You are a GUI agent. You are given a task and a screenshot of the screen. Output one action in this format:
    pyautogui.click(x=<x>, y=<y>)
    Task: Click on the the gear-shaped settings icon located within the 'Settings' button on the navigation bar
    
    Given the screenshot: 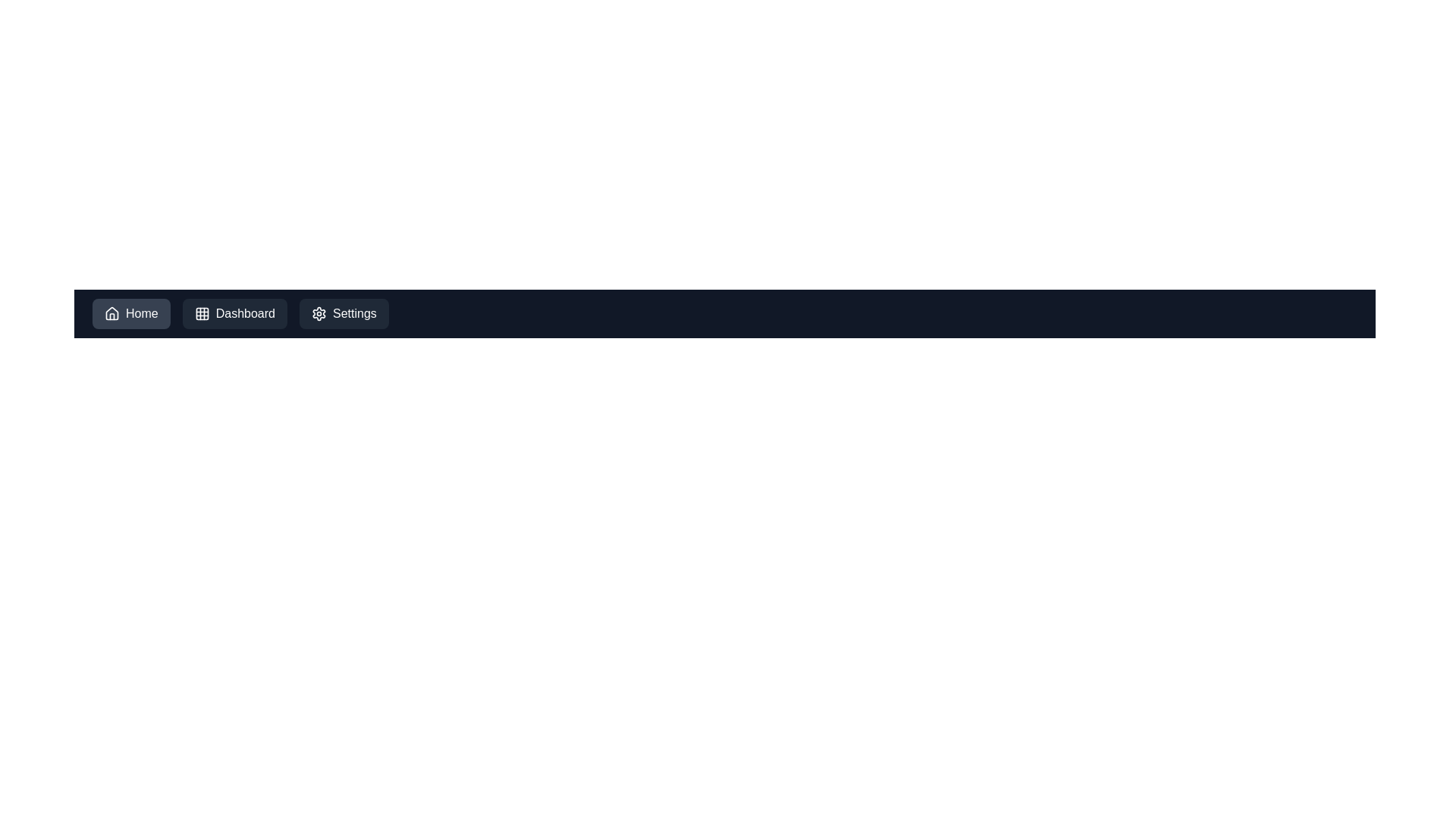 What is the action you would take?
    pyautogui.click(x=318, y=312)
    